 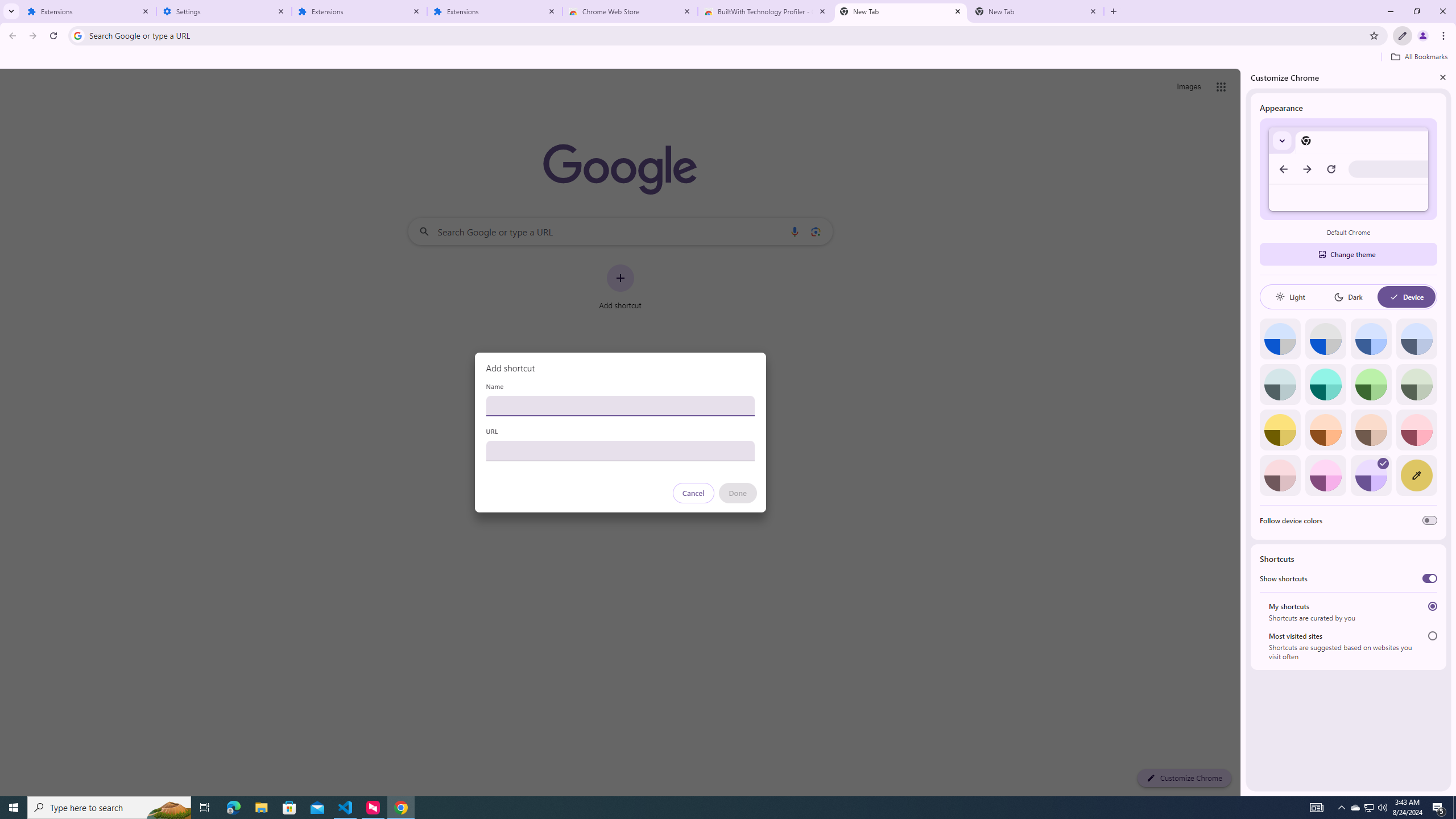 I want to click on 'Extensions', so click(x=88, y=11).